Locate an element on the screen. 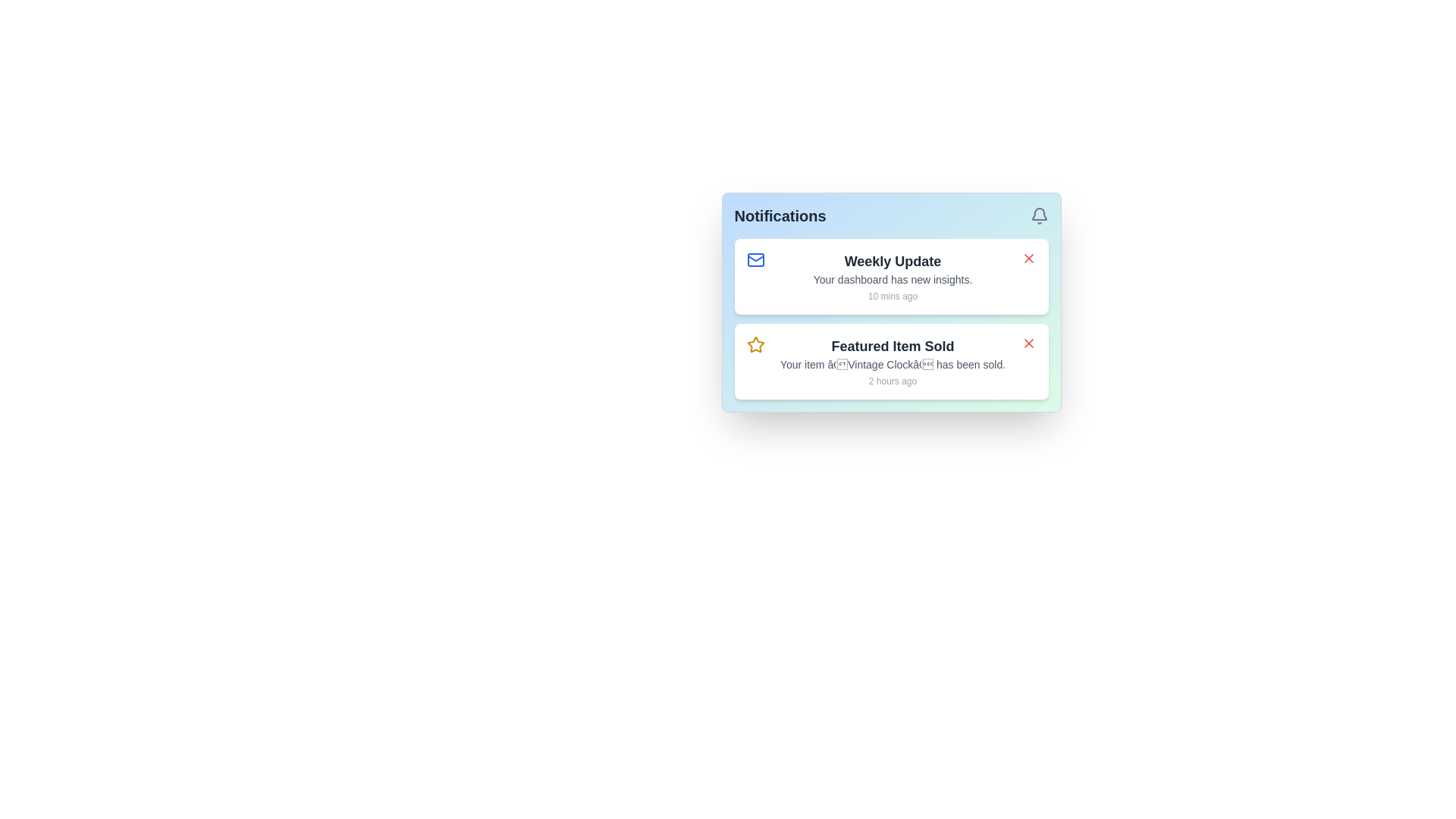  notification titled 'Weekly Update' which states 'Your dashboard has new insights.' and was updated '10 mins ago.' is located at coordinates (893, 277).